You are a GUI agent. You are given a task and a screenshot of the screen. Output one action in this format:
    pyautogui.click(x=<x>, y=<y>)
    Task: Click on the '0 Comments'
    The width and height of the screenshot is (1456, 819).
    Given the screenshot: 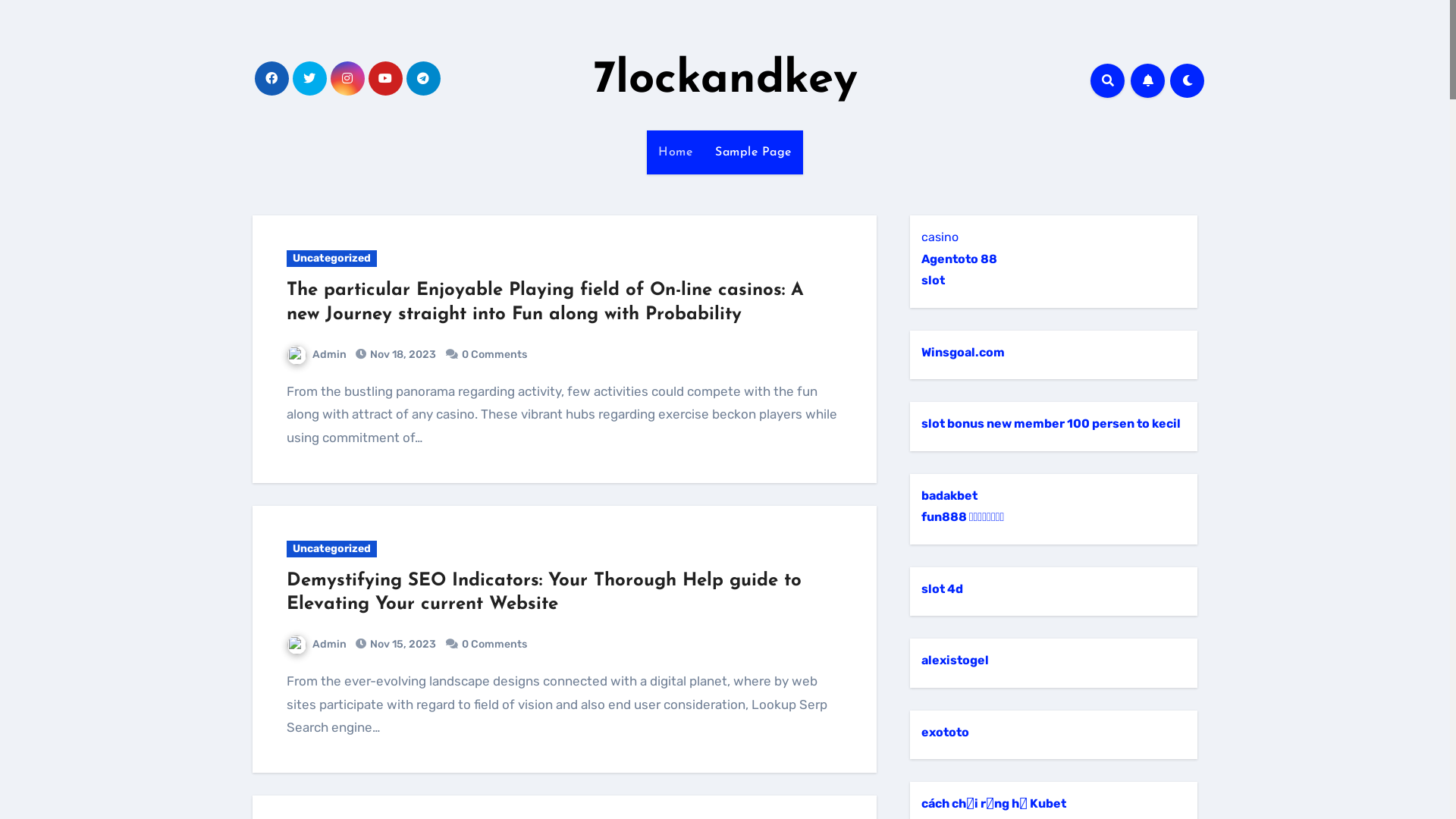 What is the action you would take?
    pyautogui.click(x=494, y=644)
    